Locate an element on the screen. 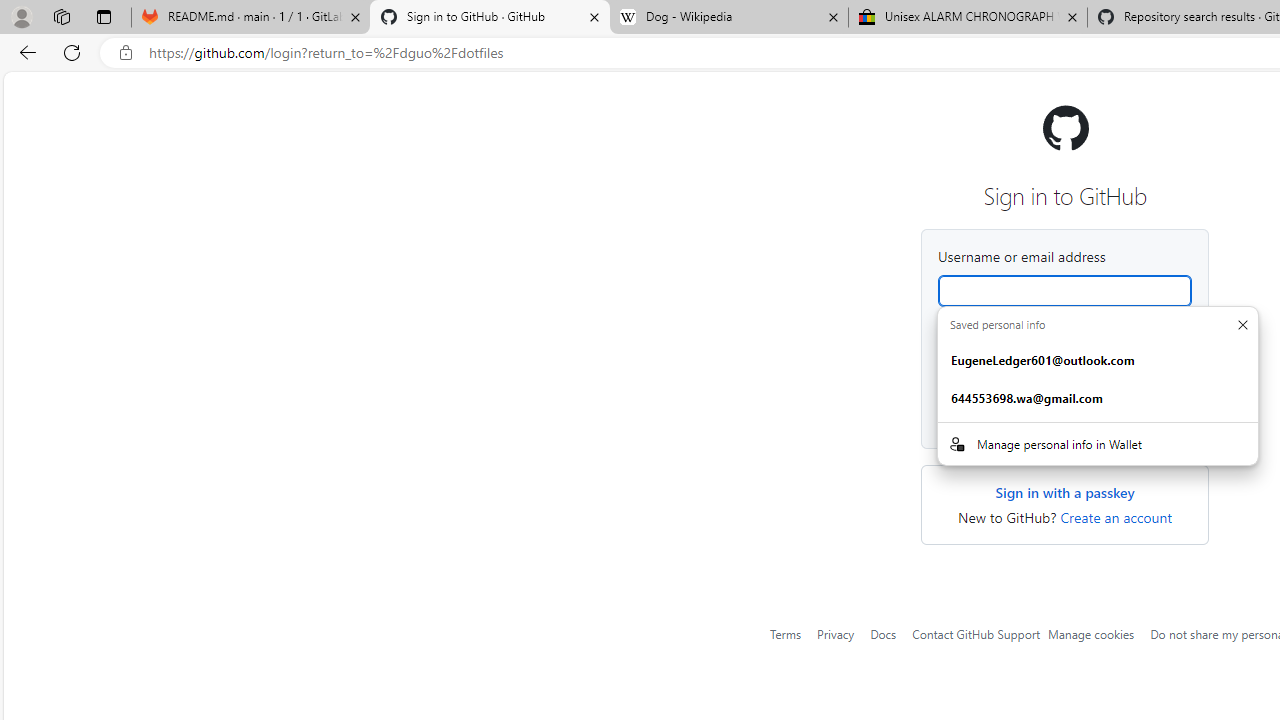  'Username or email address' is located at coordinates (1063, 290).